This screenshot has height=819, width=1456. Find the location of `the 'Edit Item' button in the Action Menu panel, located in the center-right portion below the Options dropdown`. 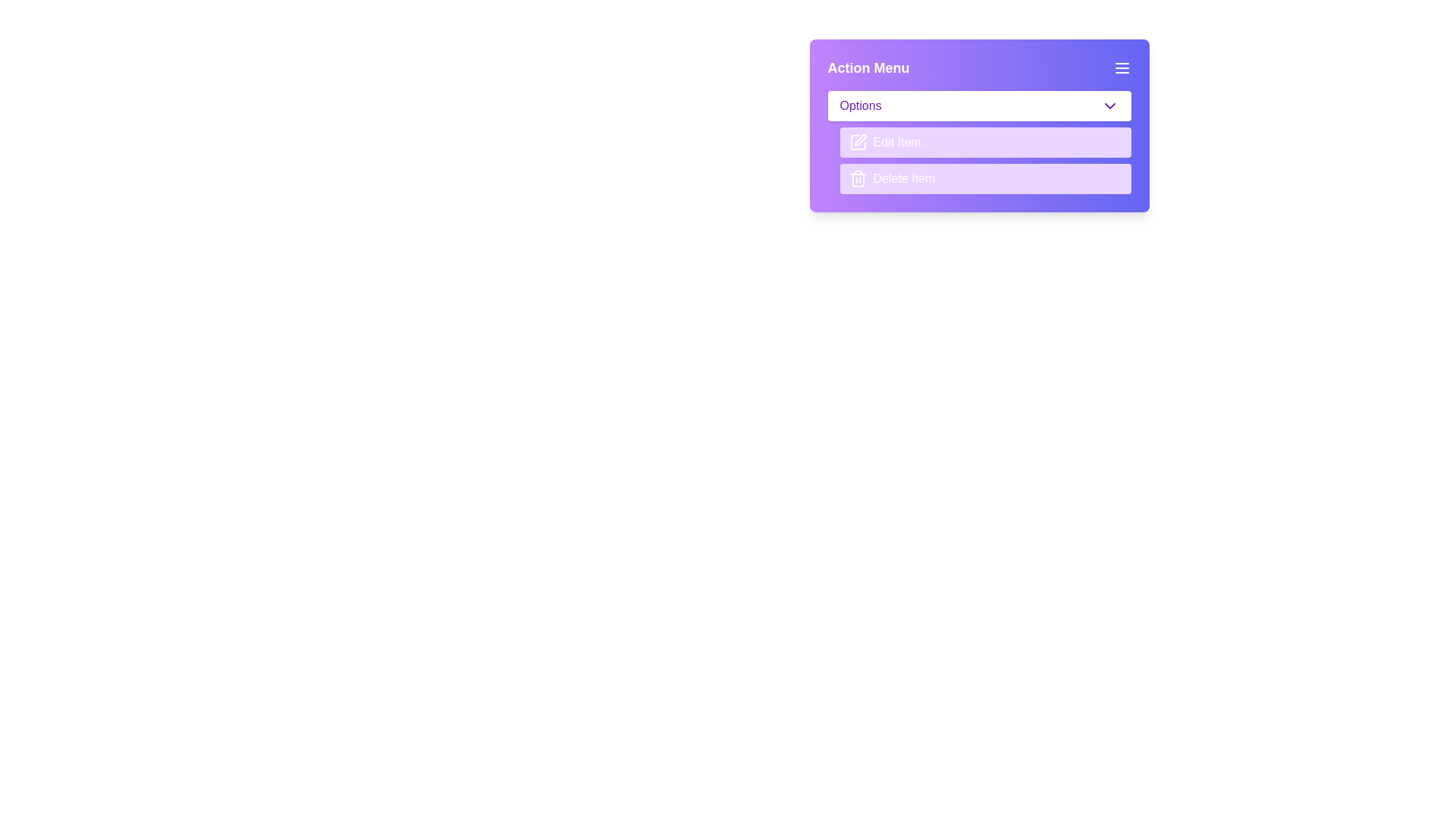

the 'Edit Item' button in the Action Menu panel, located in the center-right portion below the Options dropdown is located at coordinates (979, 161).